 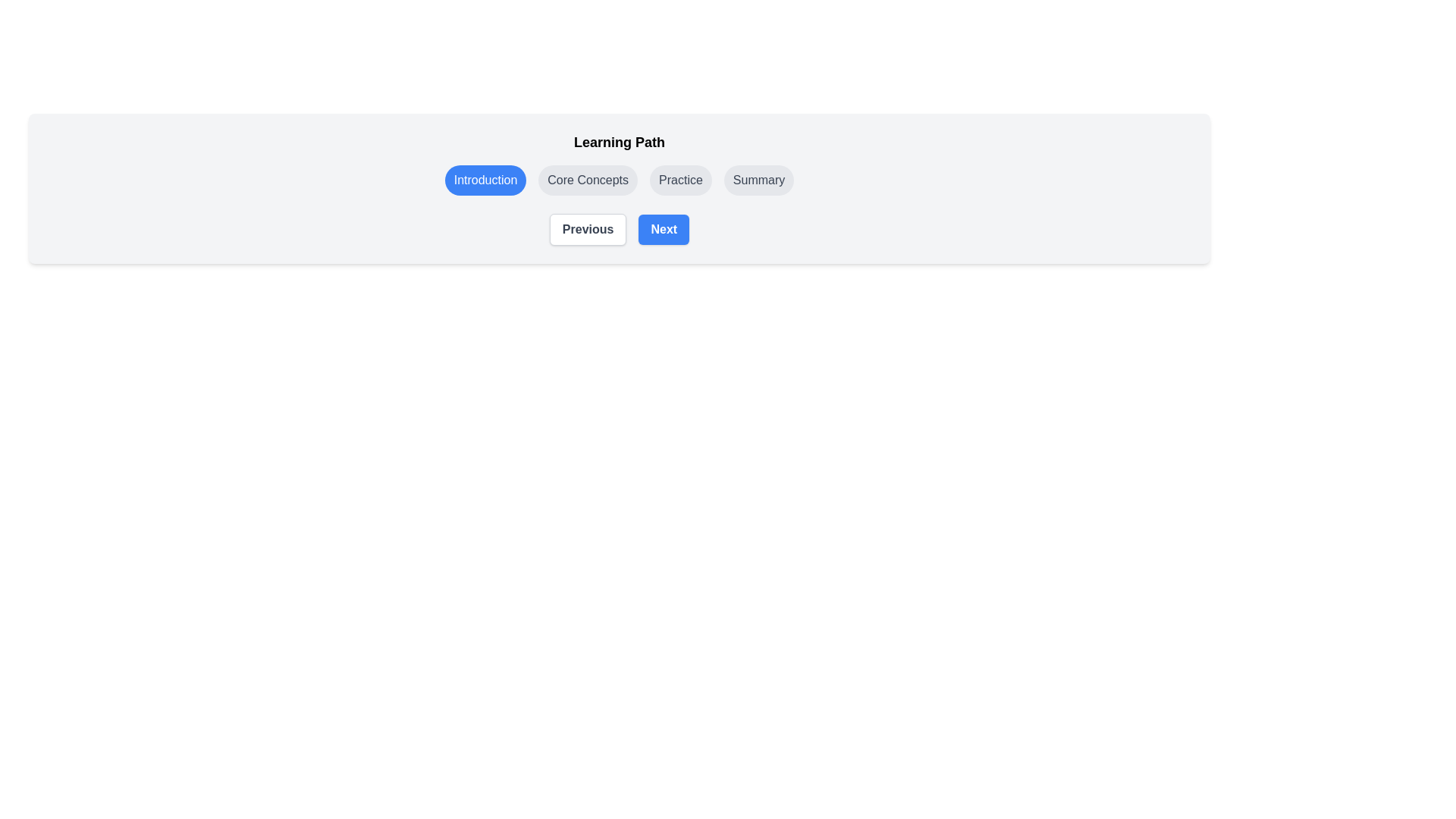 What do you see at coordinates (587, 230) in the screenshot?
I see `the 'Previous' button` at bounding box center [587, 230].